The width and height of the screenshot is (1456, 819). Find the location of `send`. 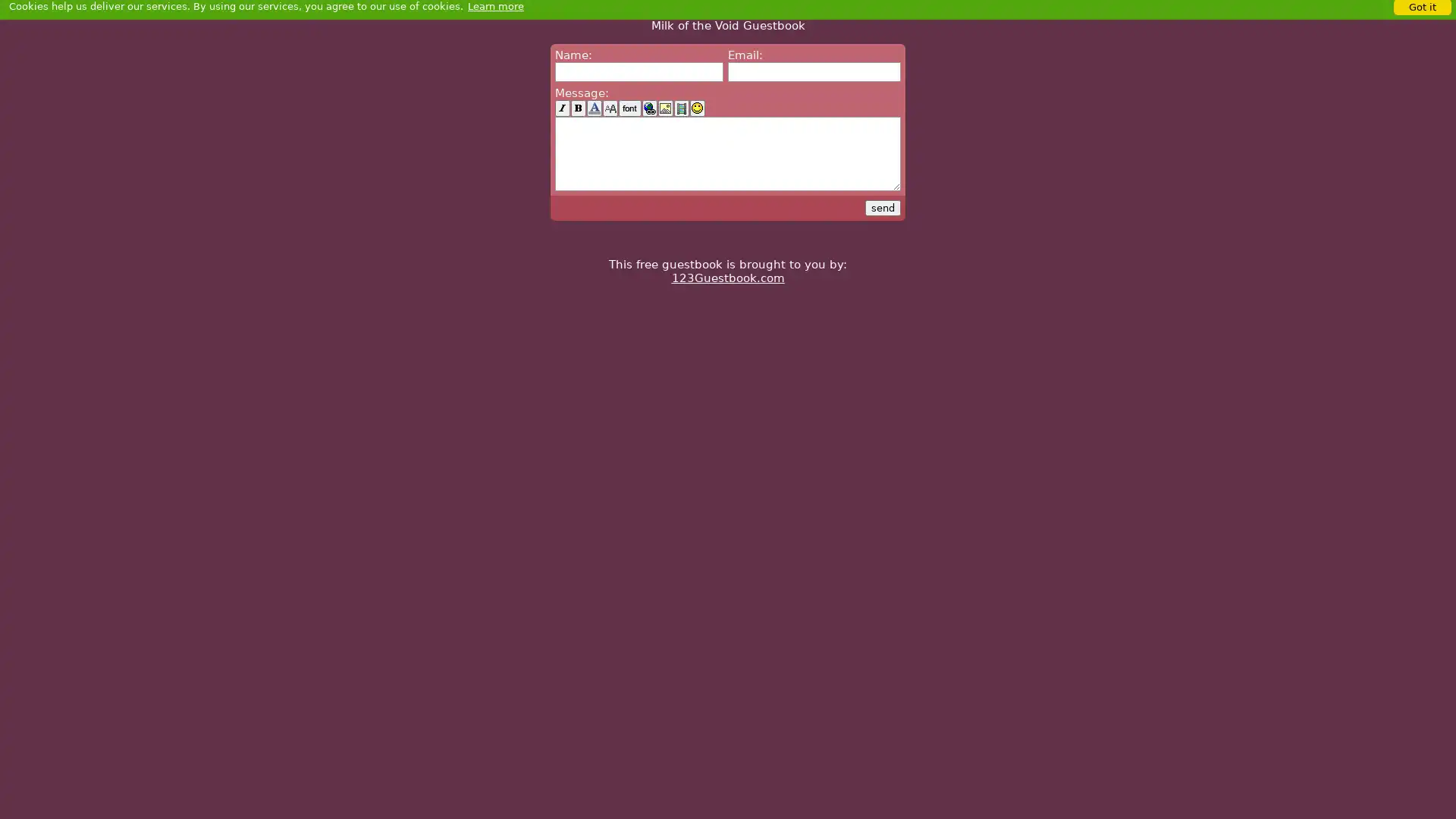

send is located at coordinates (883, 208).